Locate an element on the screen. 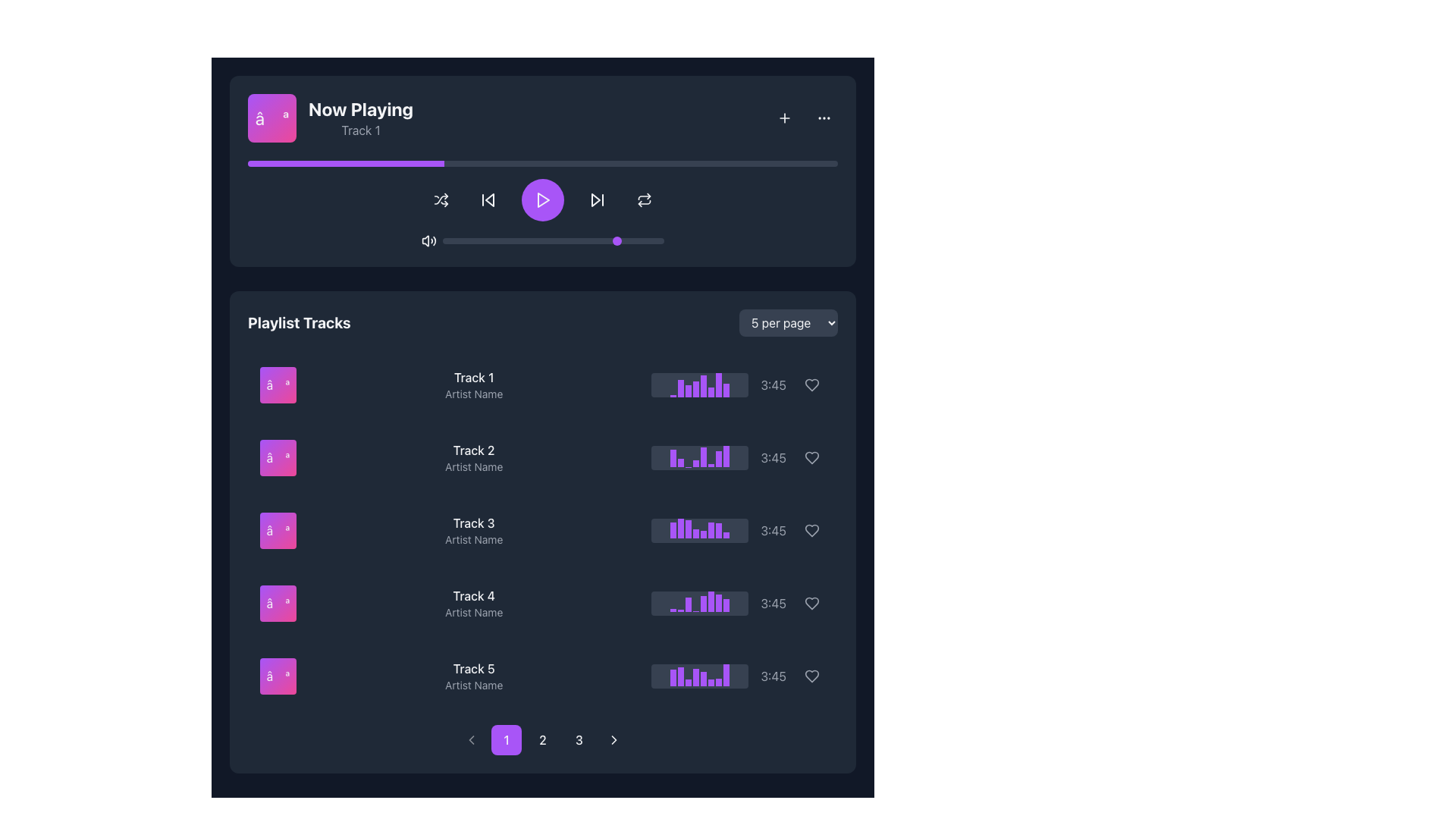 Image resolution: width=1456 pixels, height=819 pixels. the text label indicating the duration of the first track in the playlist, located between the bar chart and the heart icon is located at coordinates (773, 384).